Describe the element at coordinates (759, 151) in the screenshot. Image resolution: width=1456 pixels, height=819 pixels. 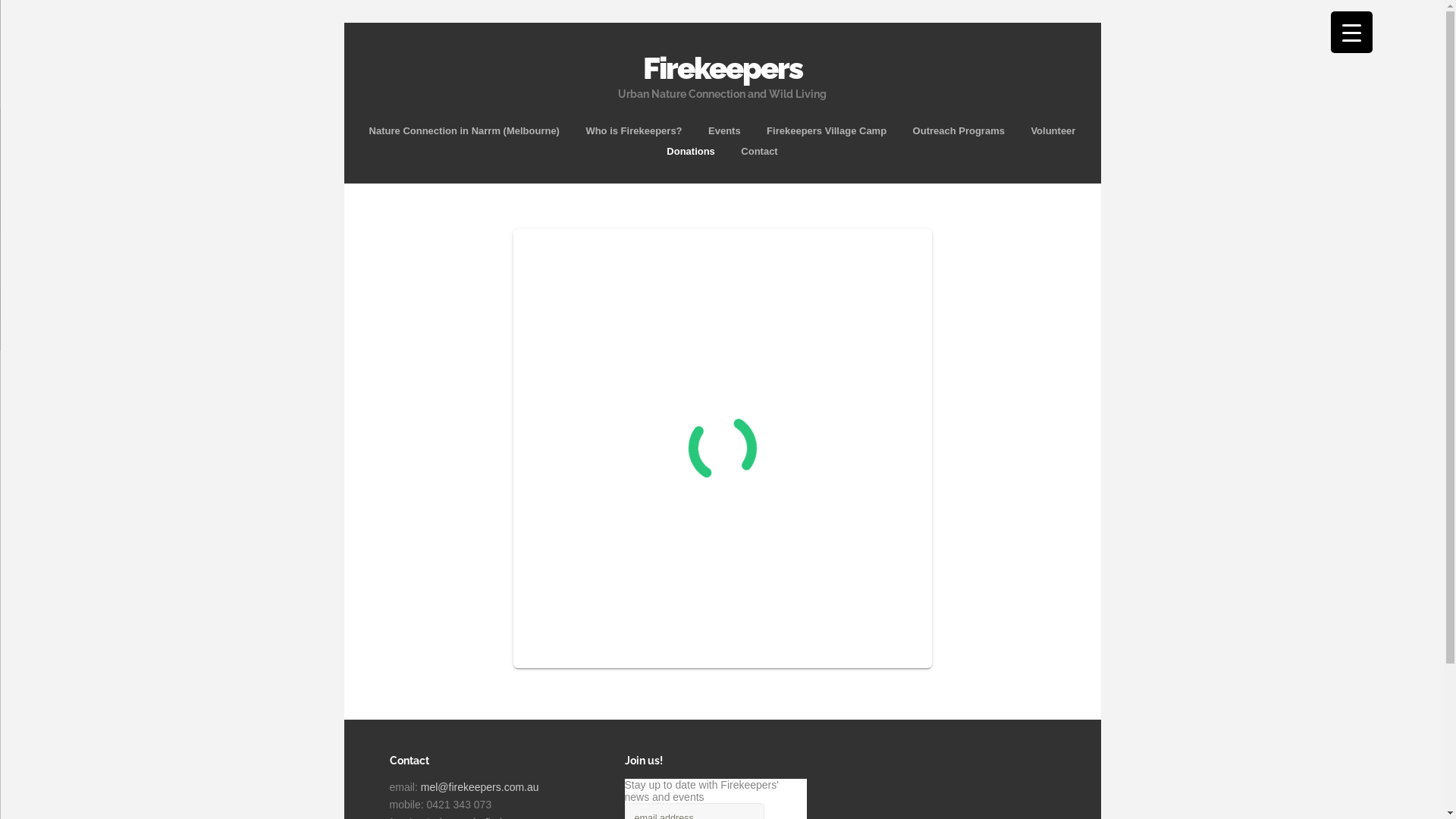
I see `'Contact'` at that location.